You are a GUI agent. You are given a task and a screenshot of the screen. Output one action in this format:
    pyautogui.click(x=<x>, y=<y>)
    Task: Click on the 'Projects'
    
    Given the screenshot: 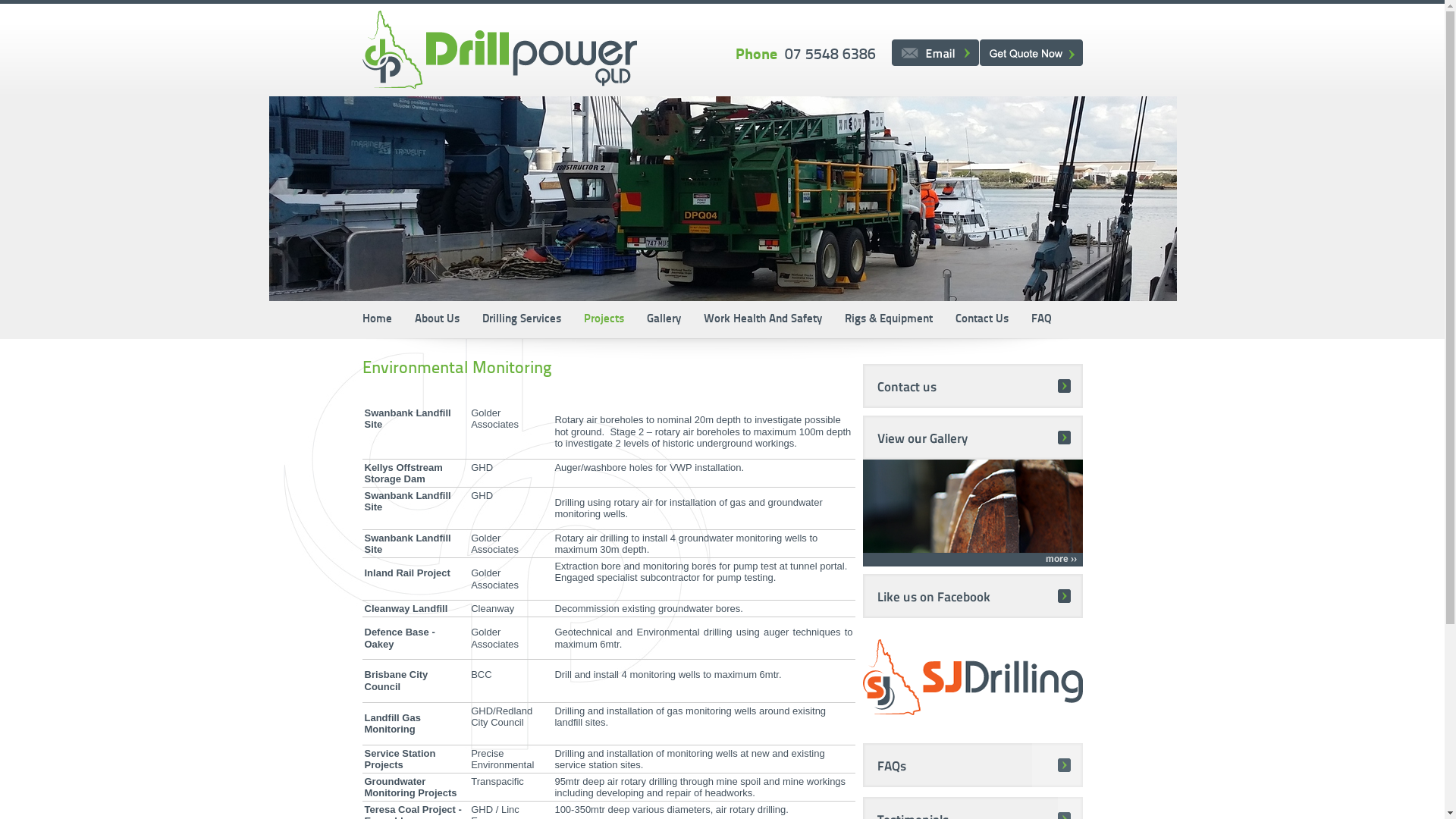 What is the action you would take?
    pyautogui.click(x=602, y=318)
    